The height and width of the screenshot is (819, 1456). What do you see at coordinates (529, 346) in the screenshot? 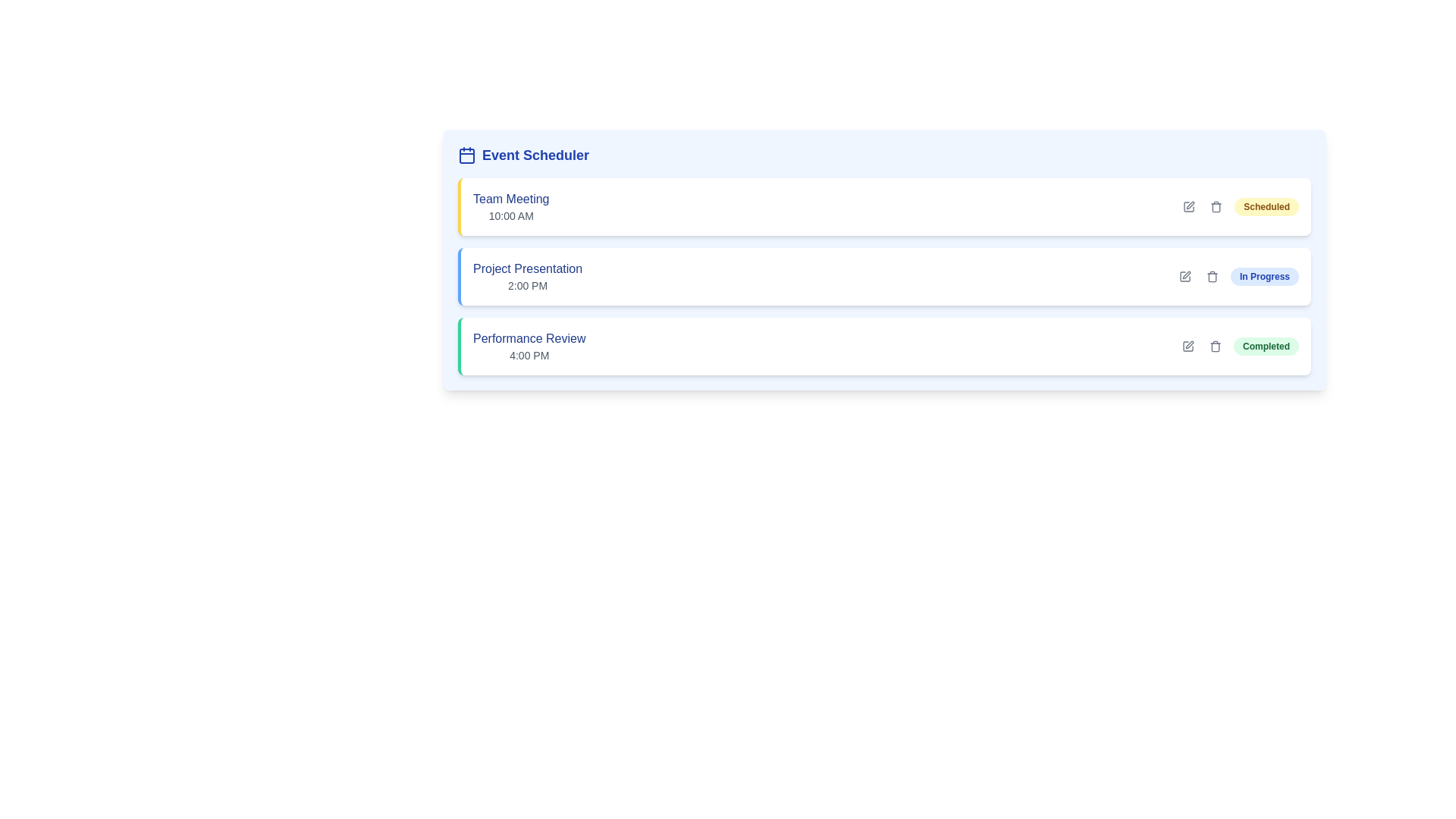
I see `text label that communicates the event labeled 'Performance Review' with its start time as '4:00 PM', located in the third row of the event schedule card layout` at bounding box center [529, 346].